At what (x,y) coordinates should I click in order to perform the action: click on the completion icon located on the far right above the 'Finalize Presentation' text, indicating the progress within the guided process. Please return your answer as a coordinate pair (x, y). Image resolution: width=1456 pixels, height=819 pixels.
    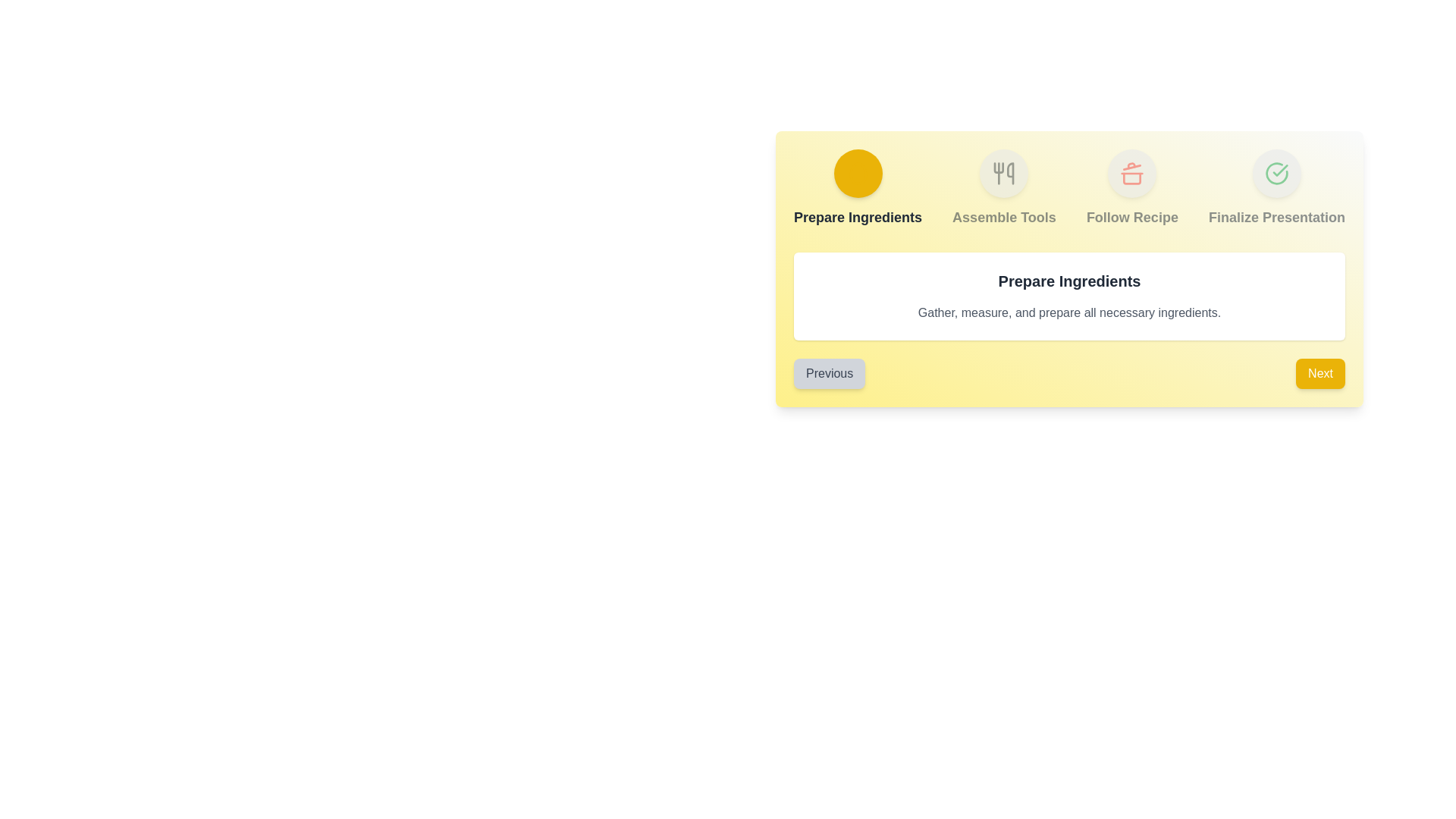
    Looking at the image, I should click on (1276, 172).